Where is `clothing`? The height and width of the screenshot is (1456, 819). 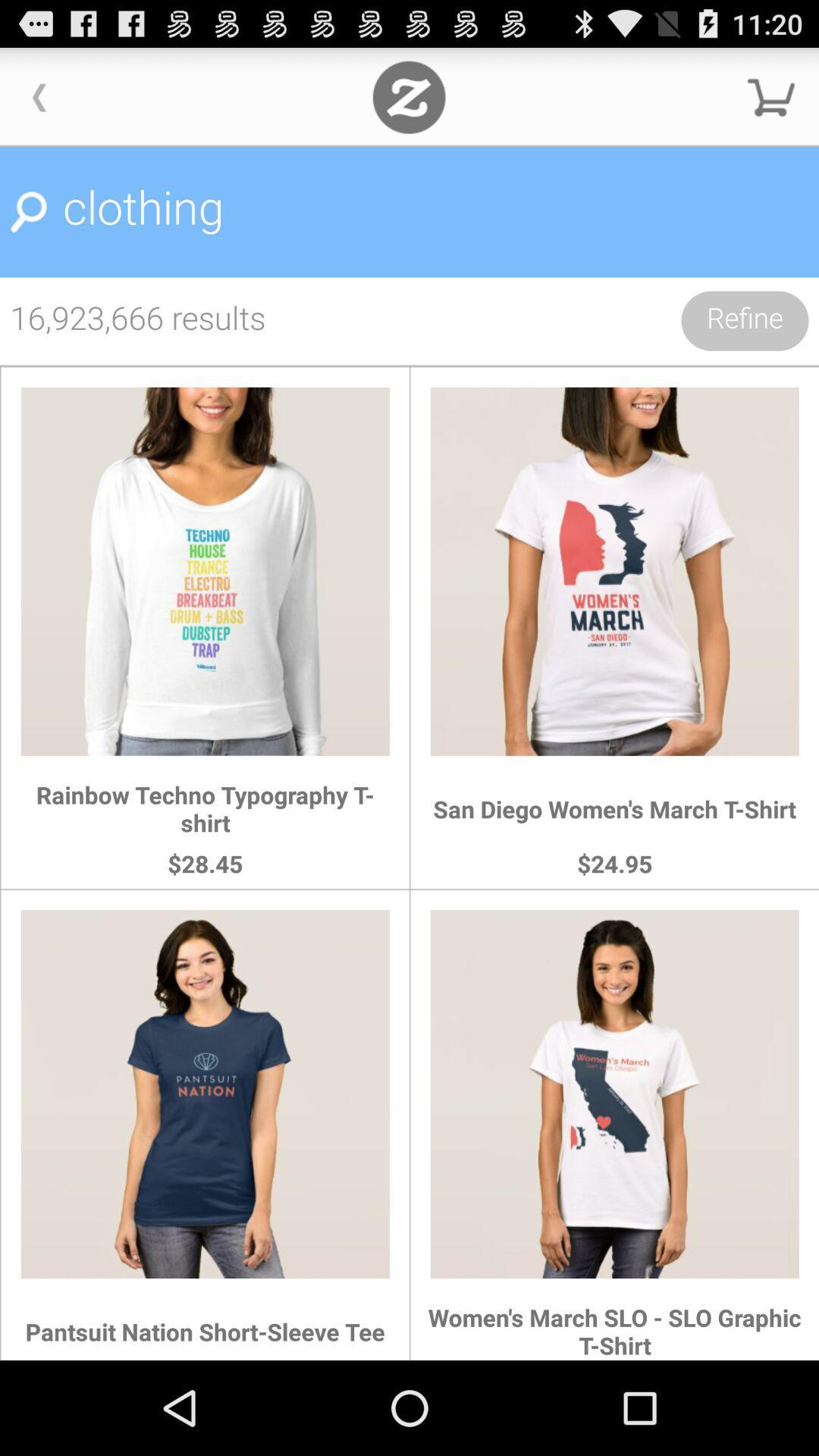
clothing is located at coordinates (409, 212).